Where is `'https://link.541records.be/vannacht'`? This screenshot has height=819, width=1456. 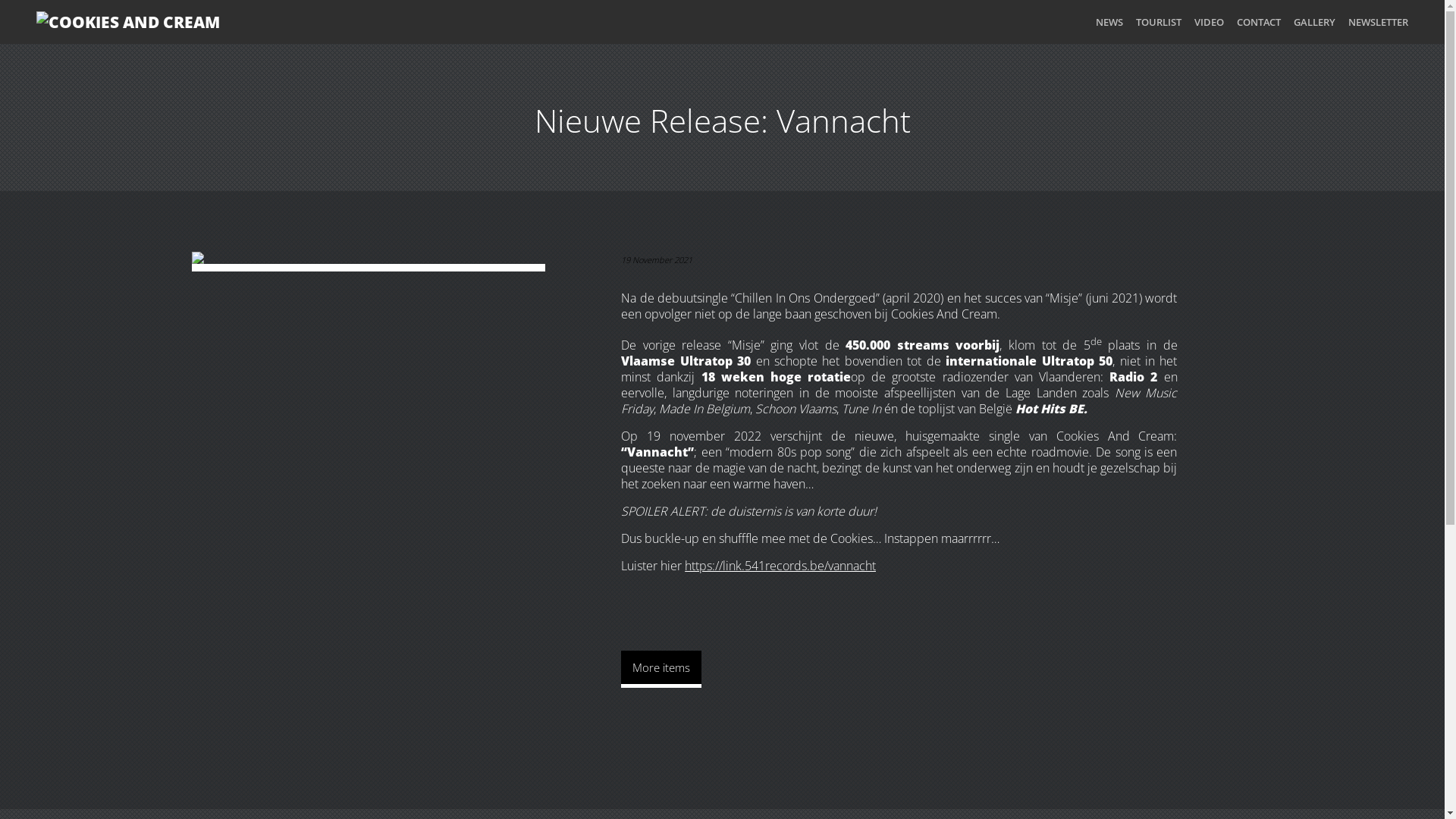 'https://link.541records.be/vannacht' is located at coordinates (683, 566).